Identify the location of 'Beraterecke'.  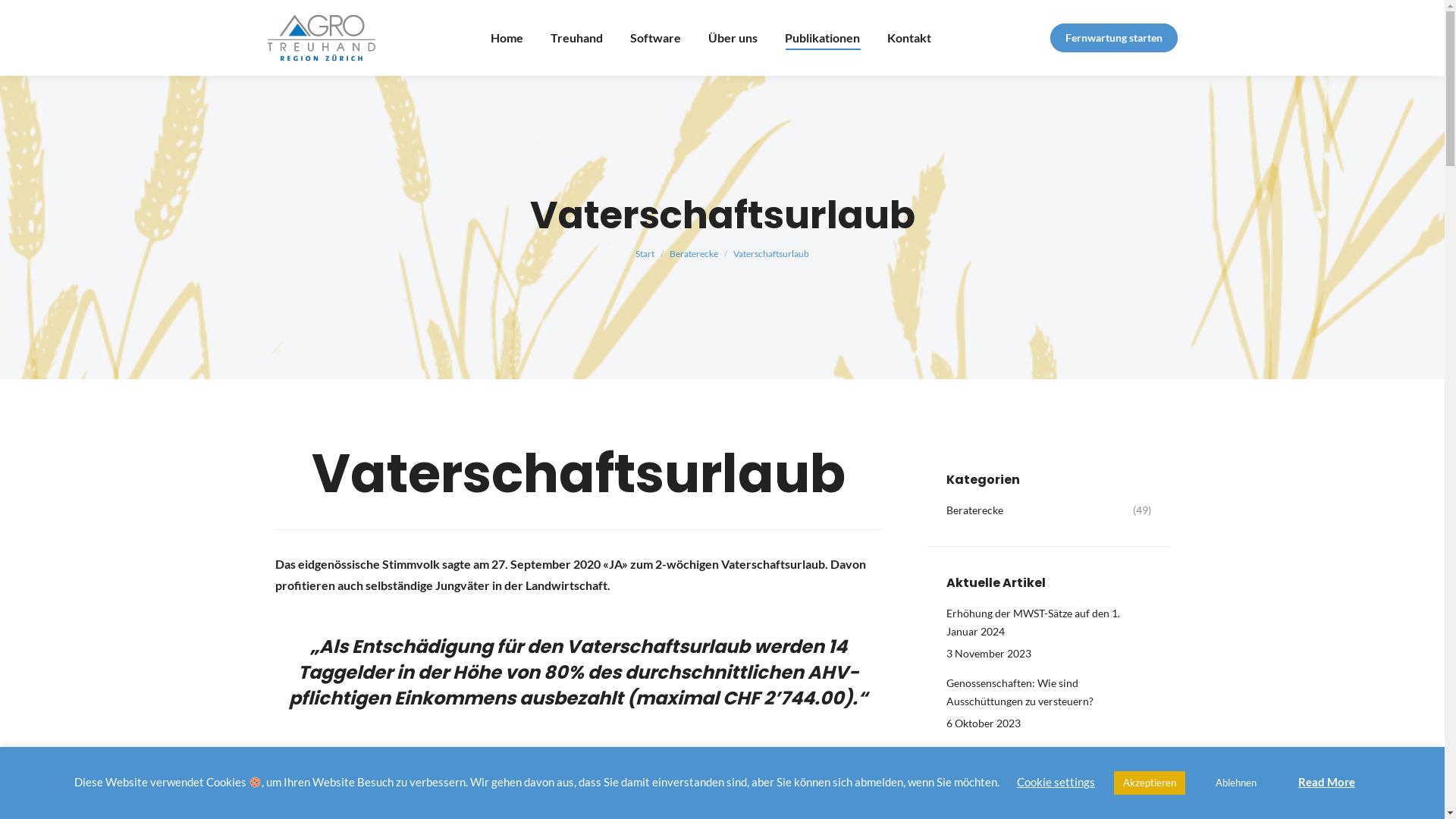
(669, 253).